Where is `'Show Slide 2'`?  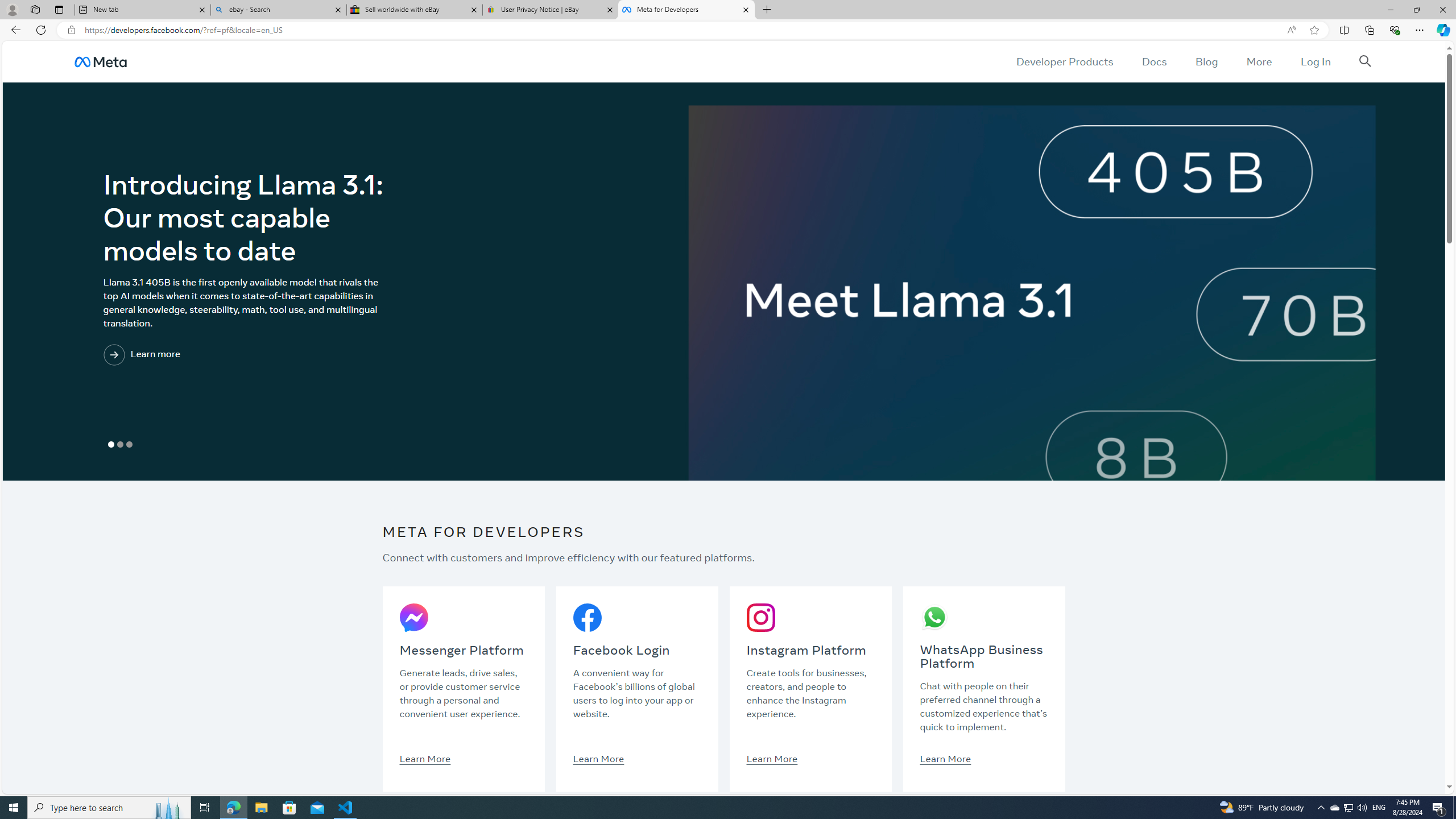 'Show Slide 2' is located at coordinates (120, 444).